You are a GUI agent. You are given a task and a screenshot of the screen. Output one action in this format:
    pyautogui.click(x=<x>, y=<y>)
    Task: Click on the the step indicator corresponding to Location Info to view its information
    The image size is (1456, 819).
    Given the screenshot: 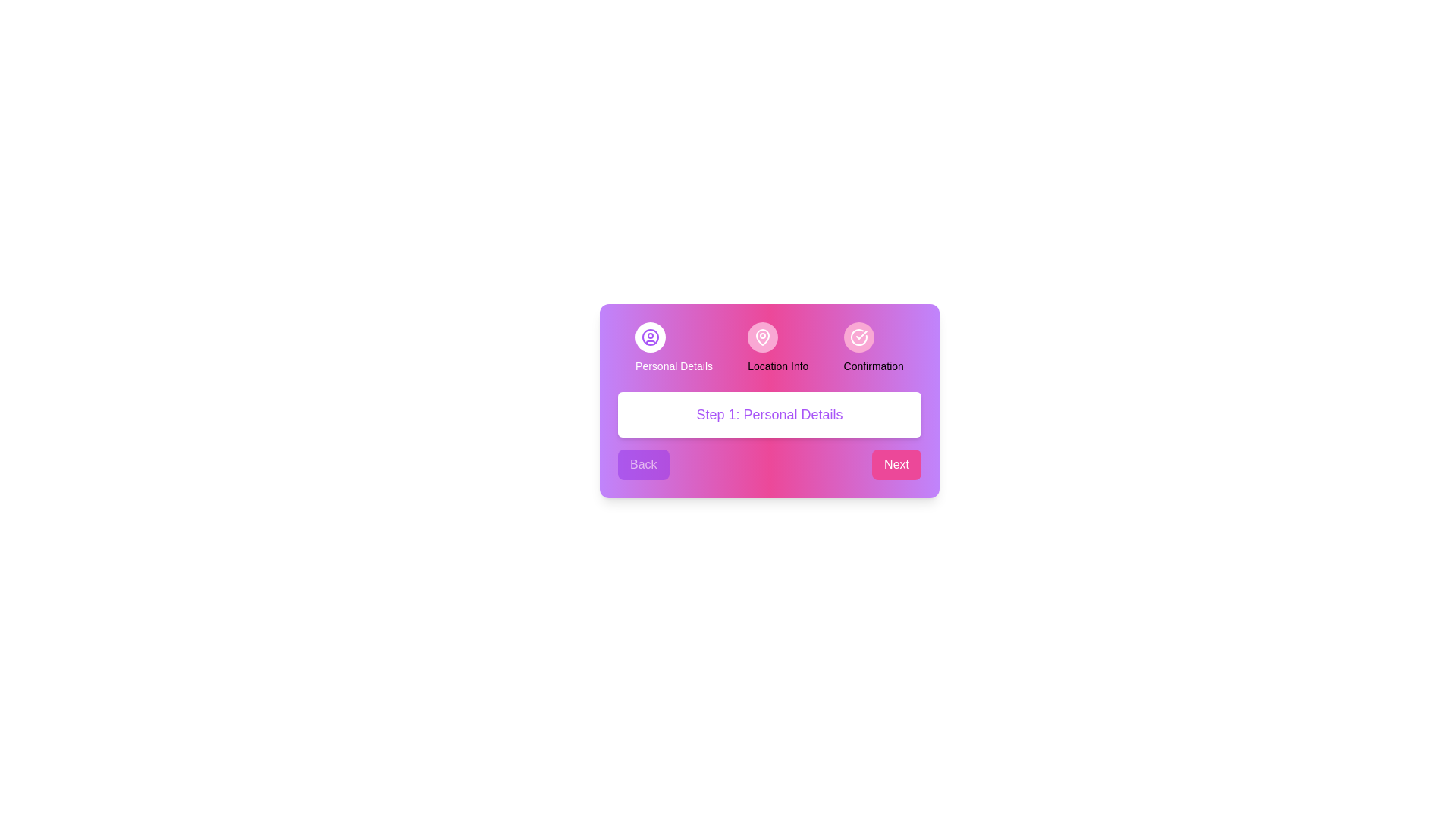 What is the action you would take?
    pyautogui.click(x=763, y=336)
    